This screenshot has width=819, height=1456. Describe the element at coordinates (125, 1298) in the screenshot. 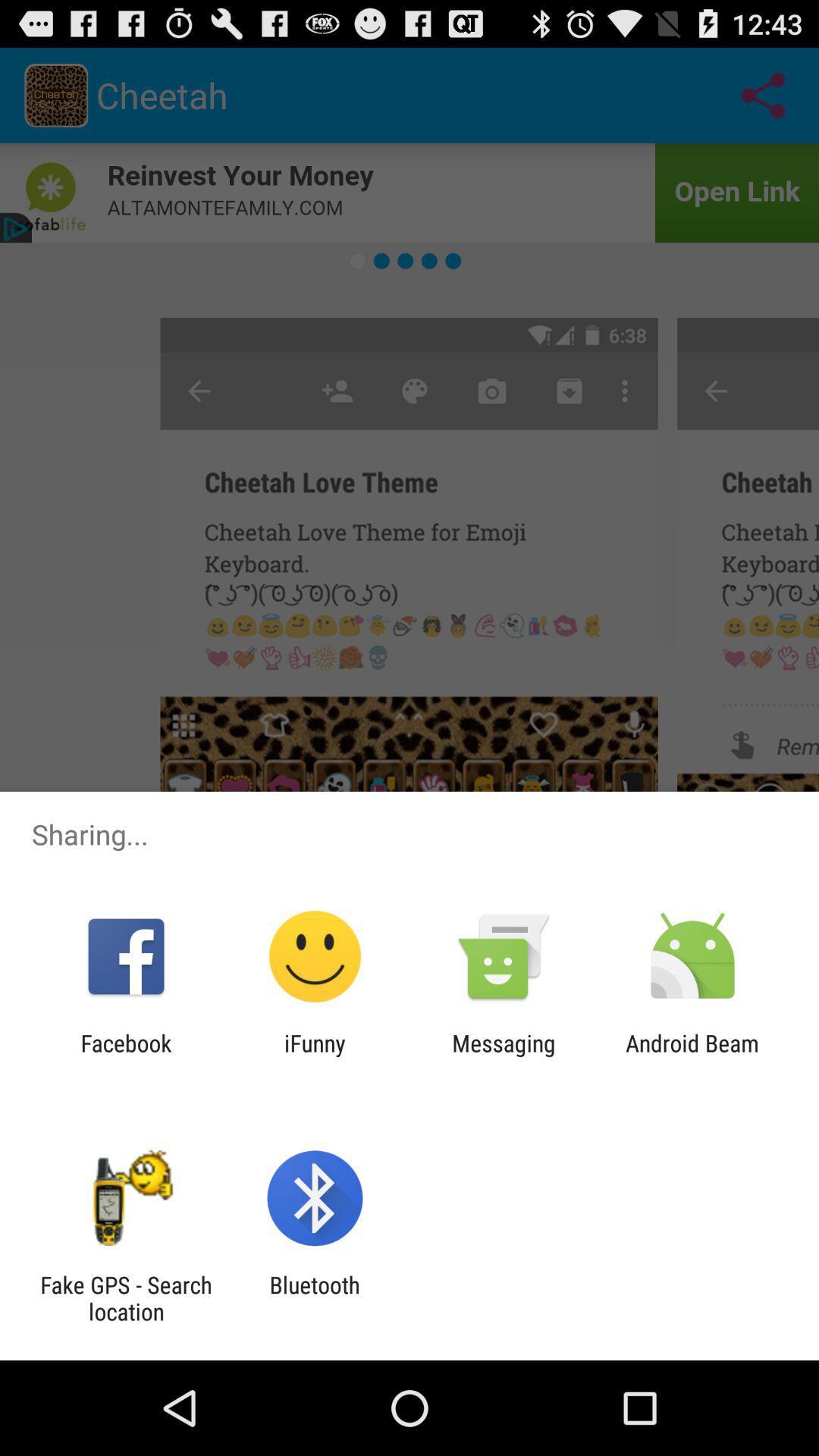

I see `fake gps search icon` at that location.